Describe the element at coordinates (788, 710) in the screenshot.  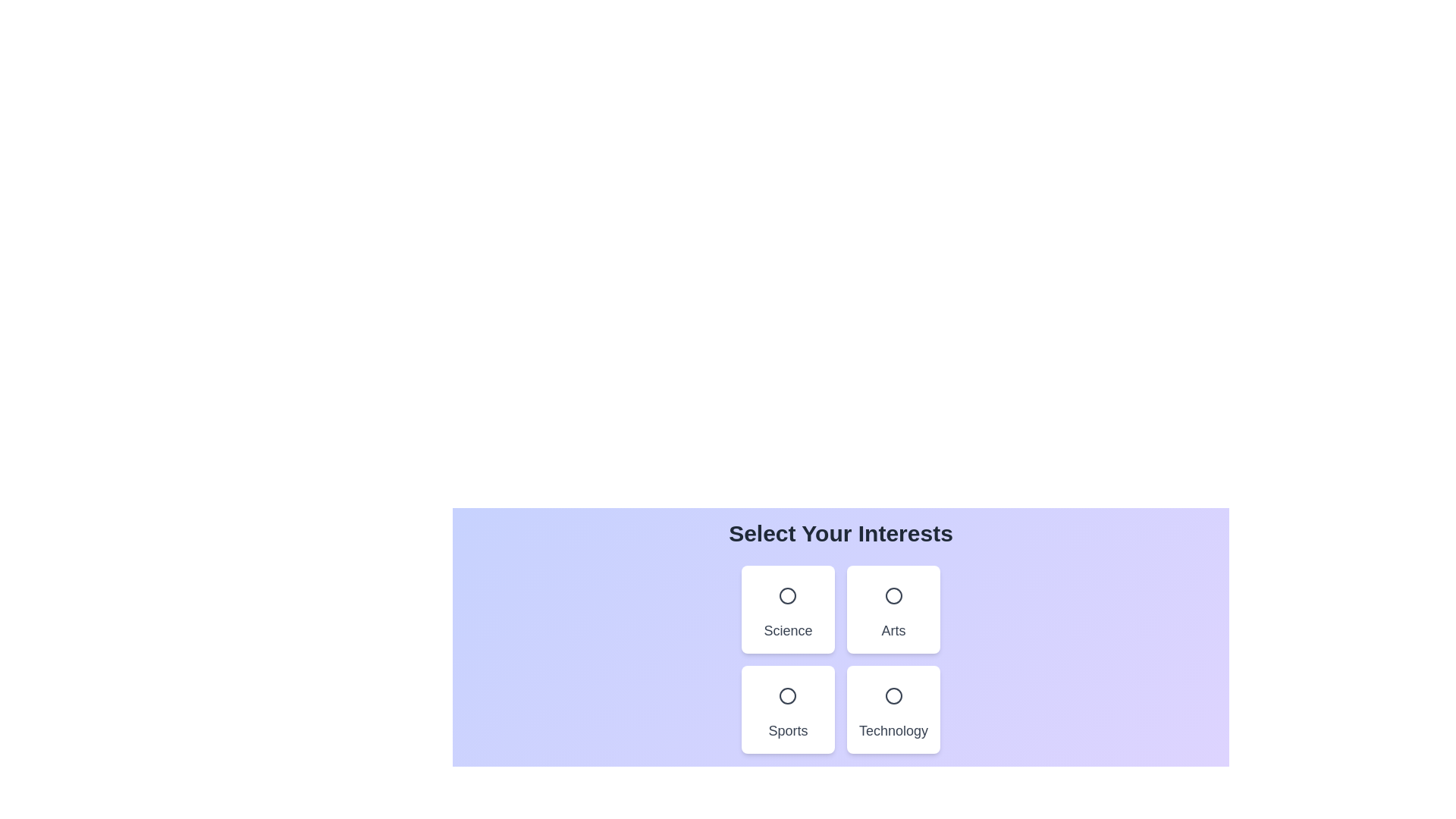
I see `the card representing the Sports category` at that location.